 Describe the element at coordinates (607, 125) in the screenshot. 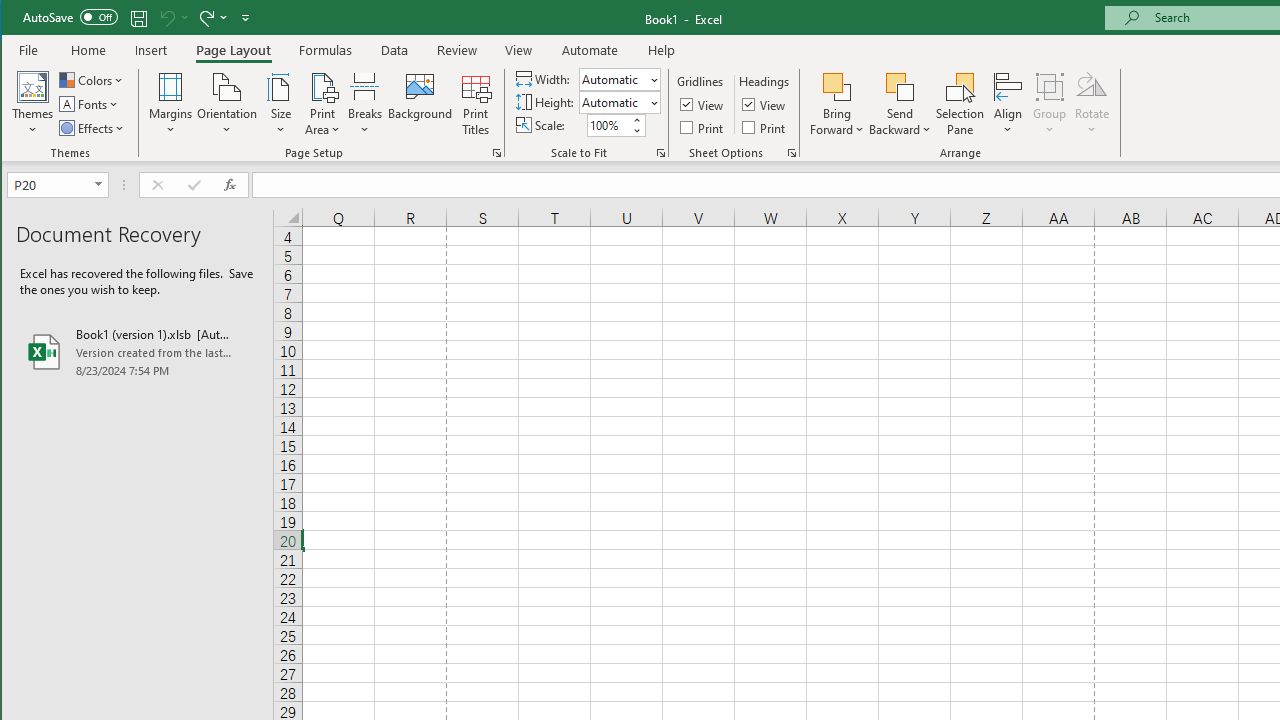

I see `'Scale'` at that location.